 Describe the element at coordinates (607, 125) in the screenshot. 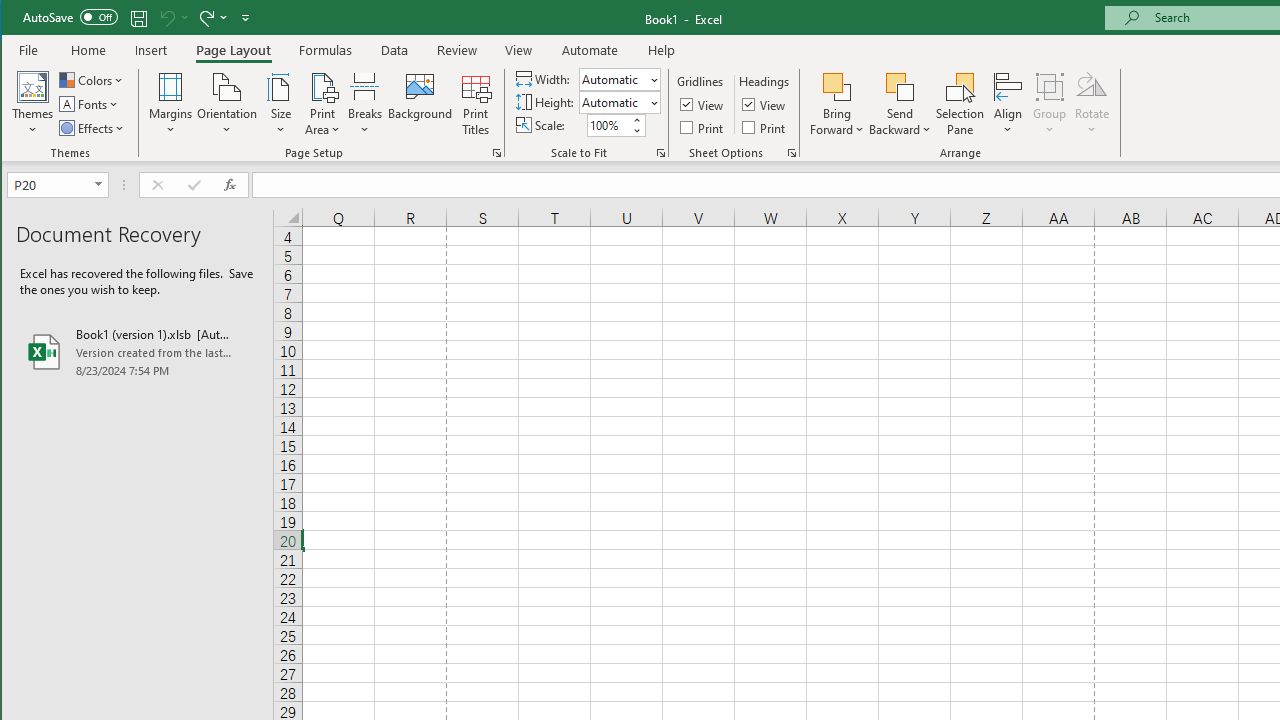

I see `'Scale'` at that location.